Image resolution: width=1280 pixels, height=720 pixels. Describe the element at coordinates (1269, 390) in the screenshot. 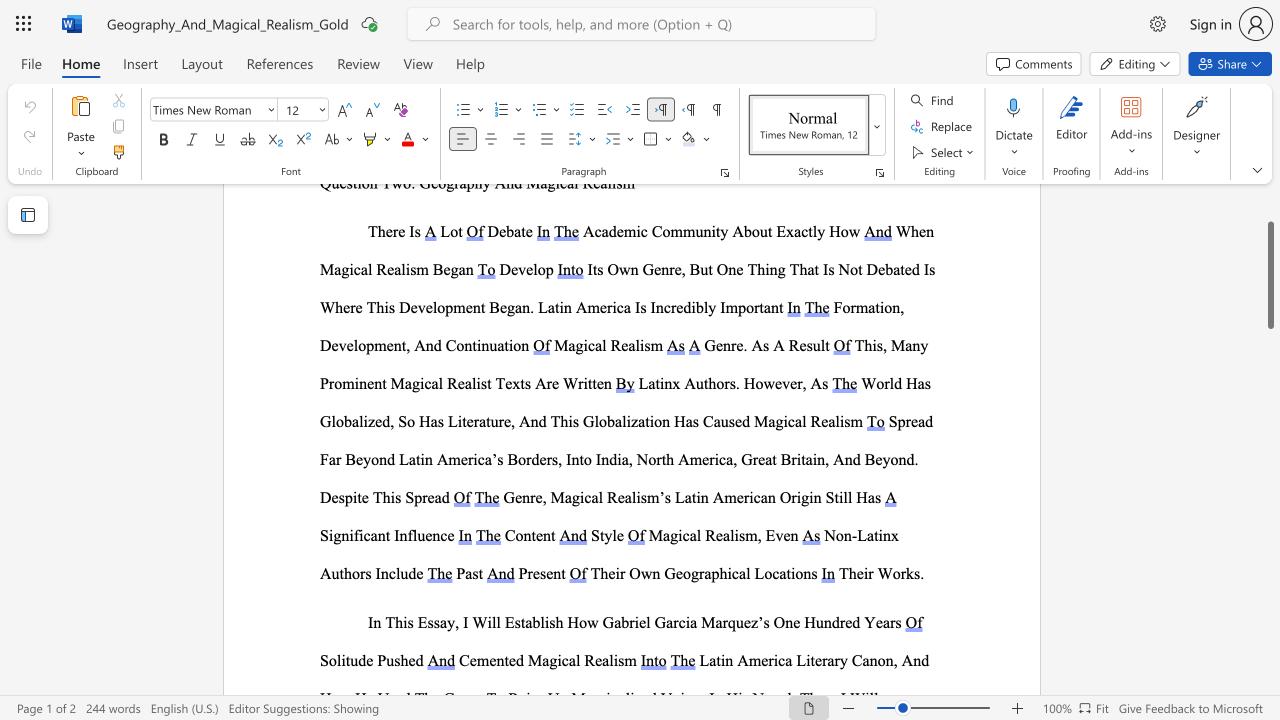

I see `the vertical scrollbar to lower the page content` at that location.